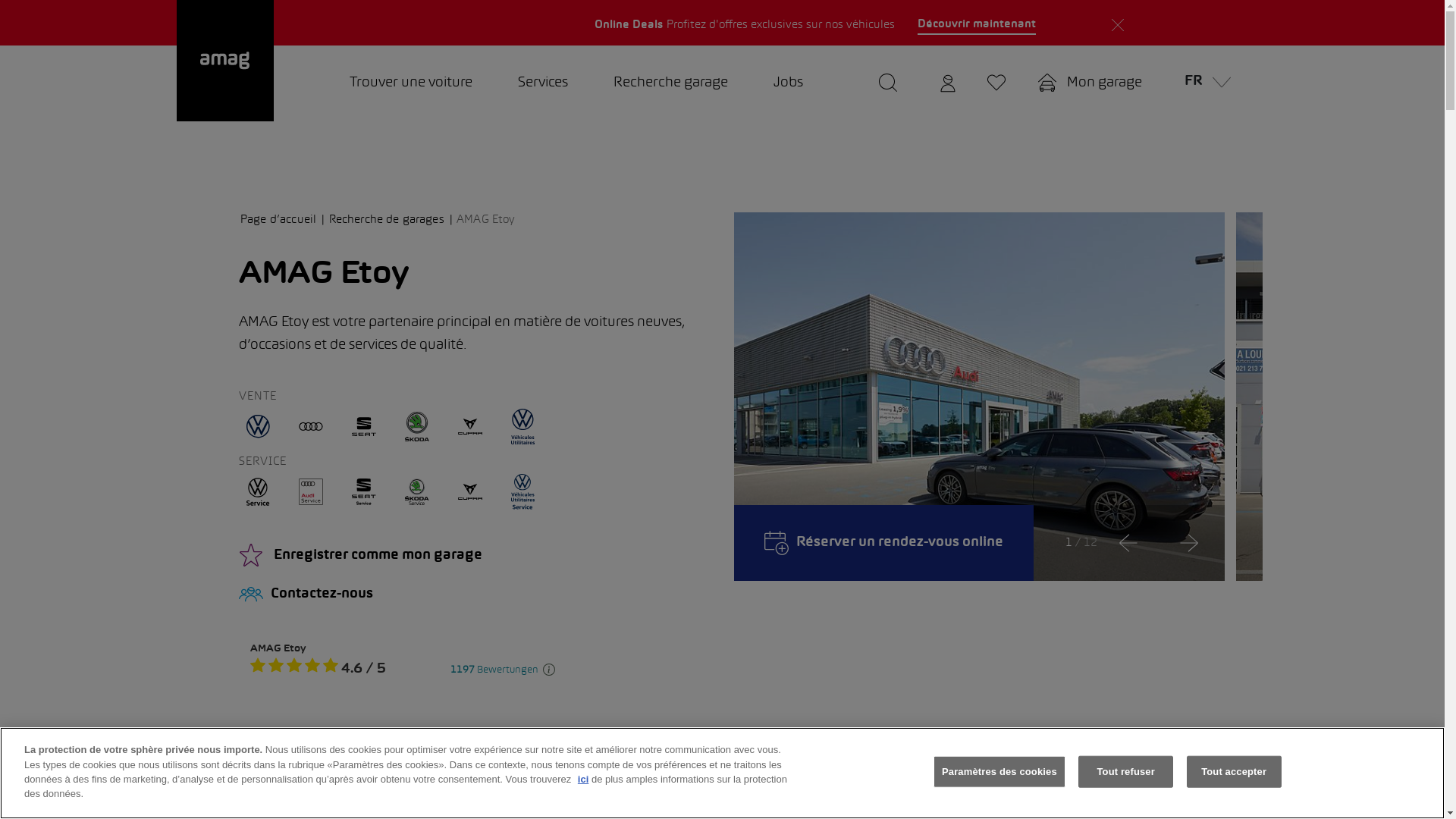  I want to click on 'Recherche garage', so click(669, 83).